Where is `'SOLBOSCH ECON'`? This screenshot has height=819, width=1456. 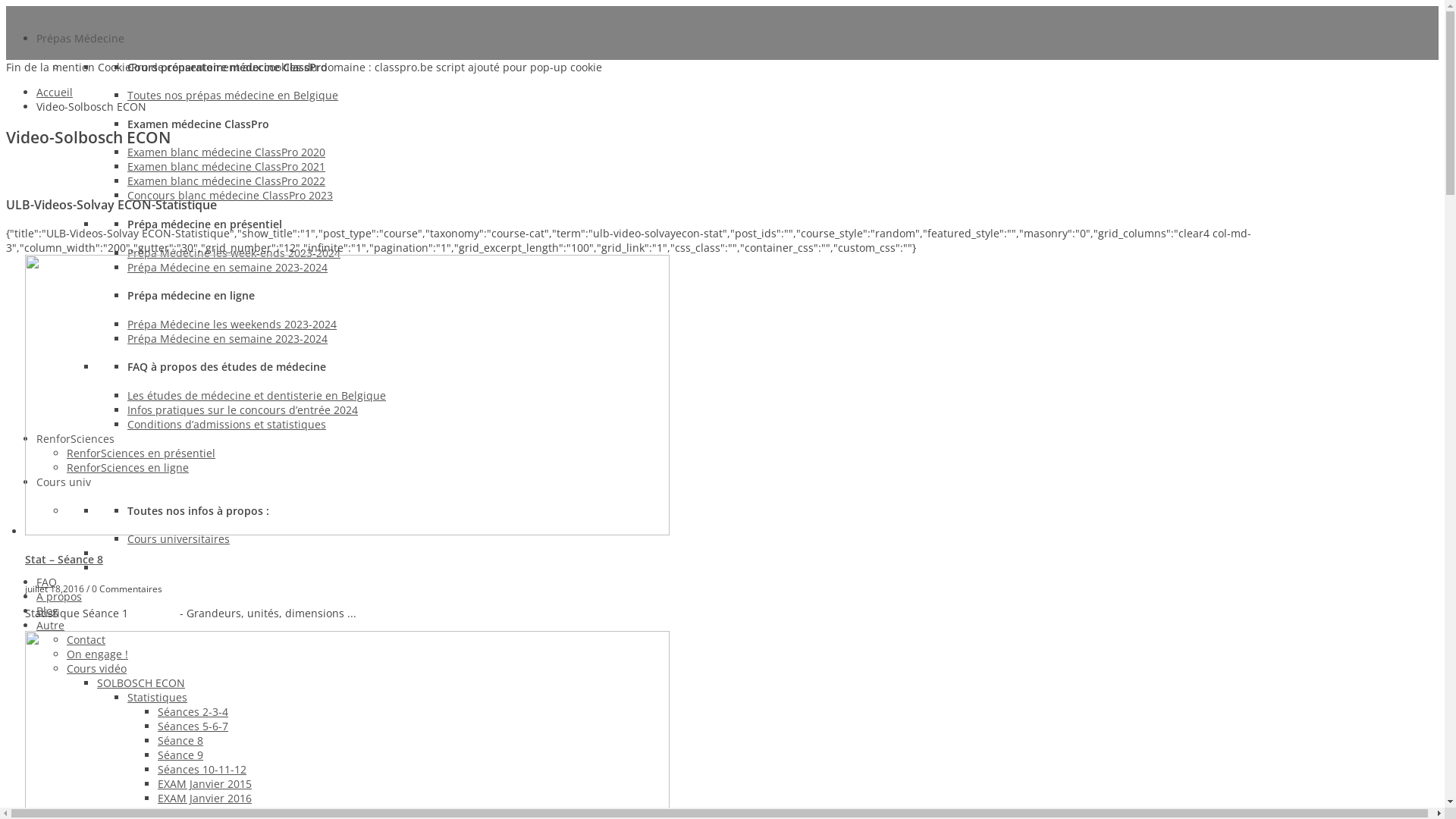 'SOLBOSCH ECON' is located at coordinates (141, 682).